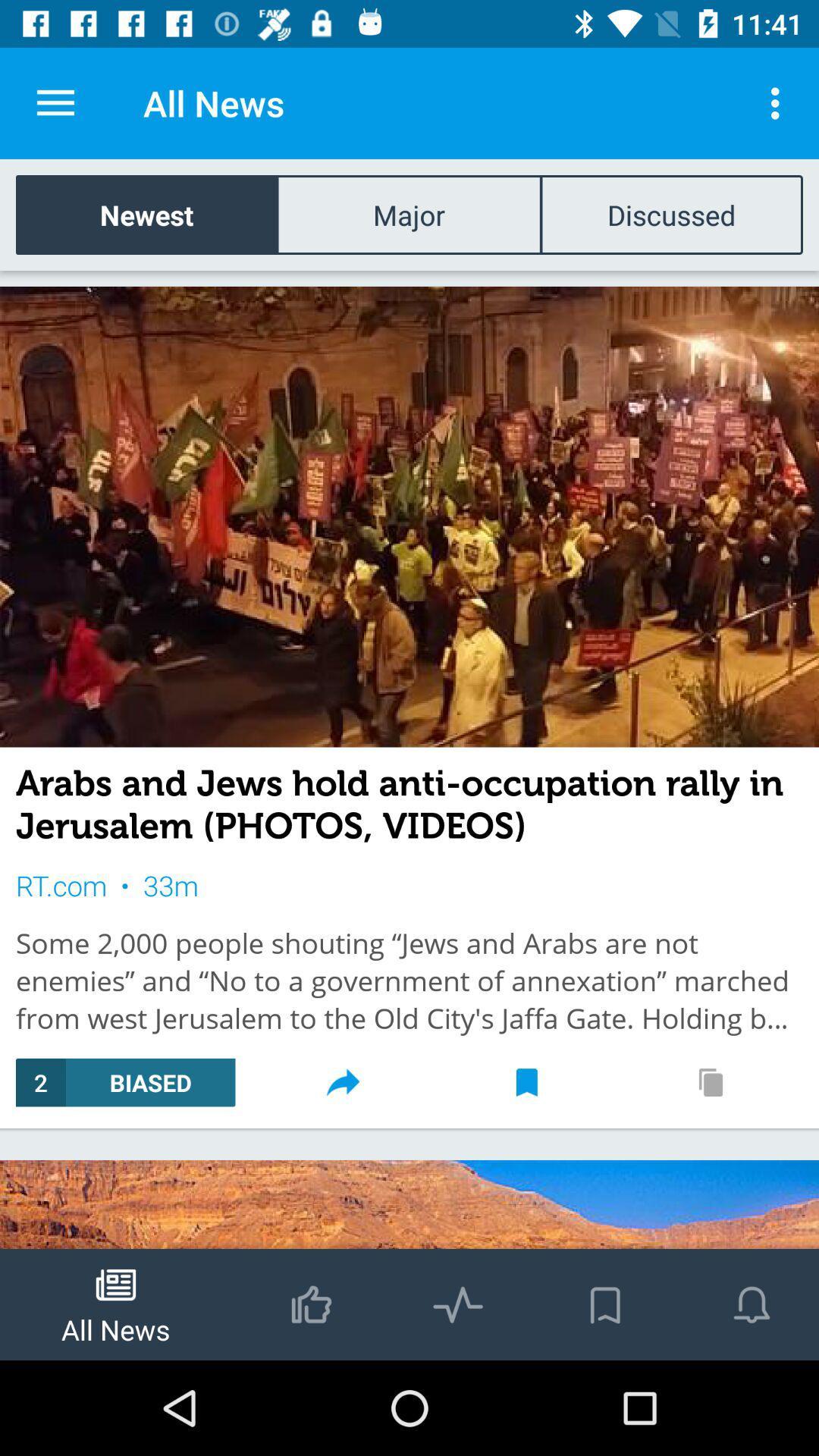  What do you see at coordinates (146, 214) in the screenshot?
I see `the item to the left of major` at bounding box center [146, 214].